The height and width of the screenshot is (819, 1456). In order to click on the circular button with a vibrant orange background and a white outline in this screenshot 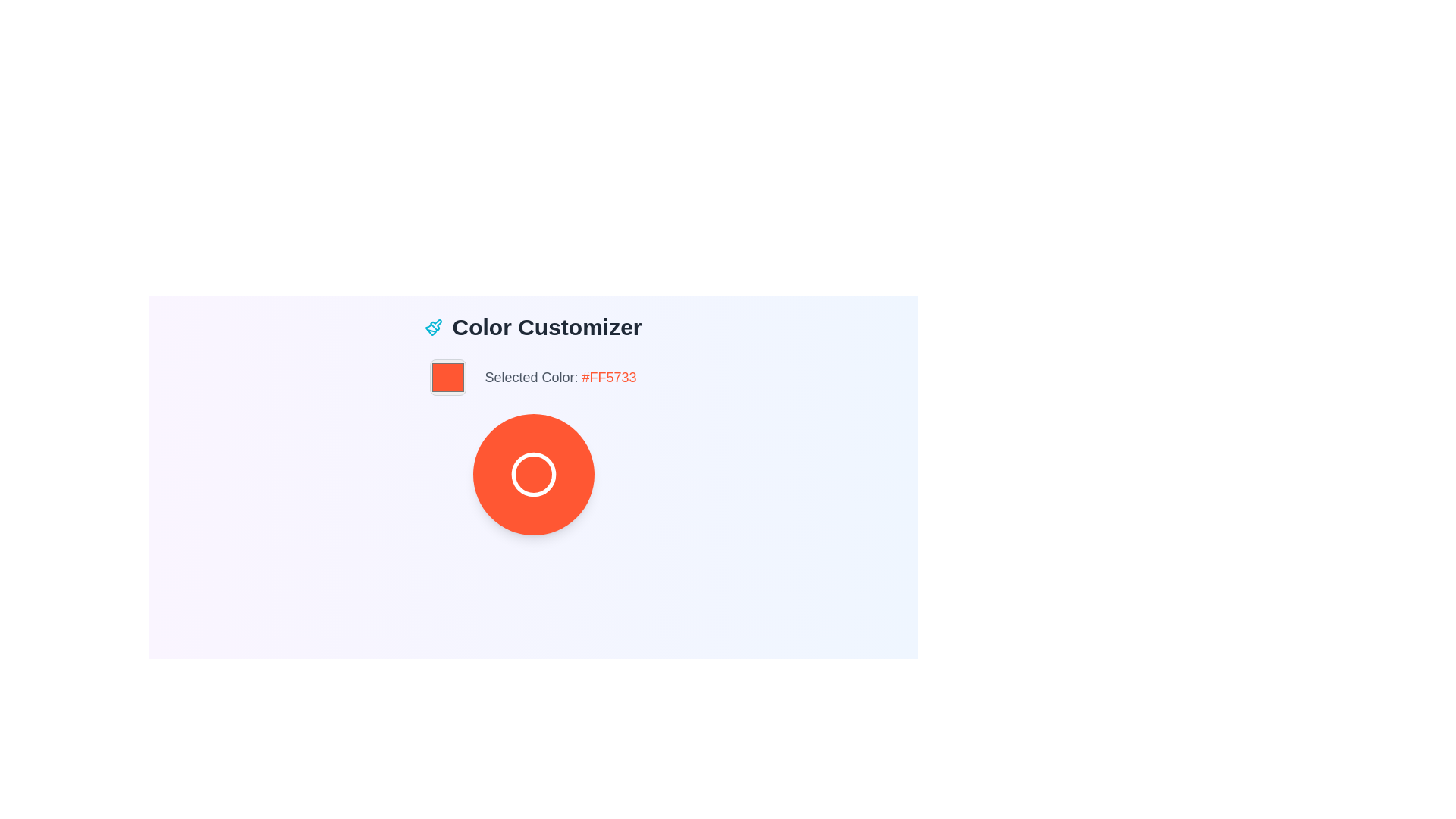, I will do `click(533, 473)`.